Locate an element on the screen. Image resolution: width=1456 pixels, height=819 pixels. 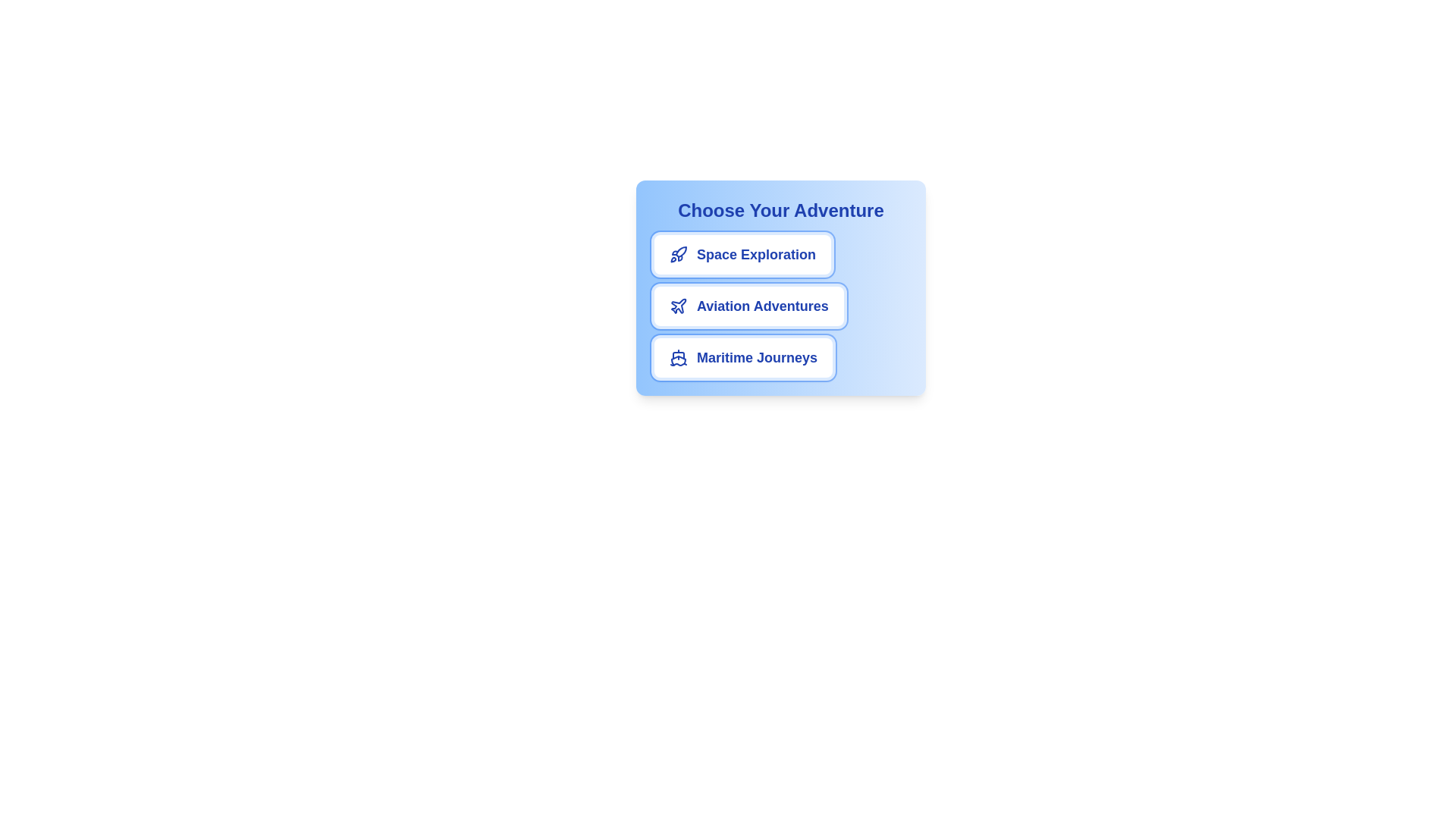
the chip labeled Maritime Journeys is located at coordinates (742, 357).